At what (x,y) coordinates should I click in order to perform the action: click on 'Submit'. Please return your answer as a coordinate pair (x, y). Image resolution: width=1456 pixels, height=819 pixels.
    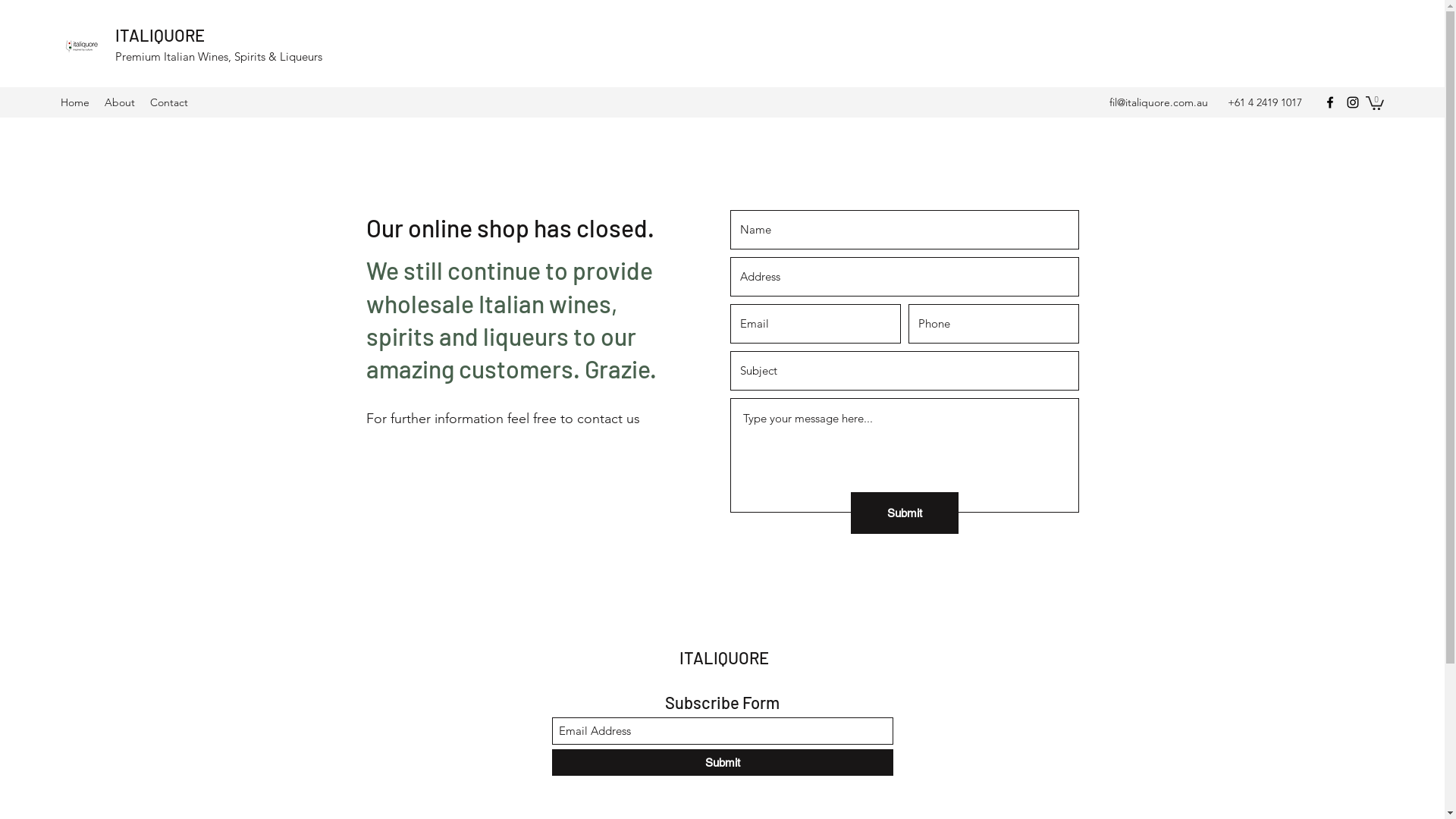
    Looking at the image, I should click on (905, 512).